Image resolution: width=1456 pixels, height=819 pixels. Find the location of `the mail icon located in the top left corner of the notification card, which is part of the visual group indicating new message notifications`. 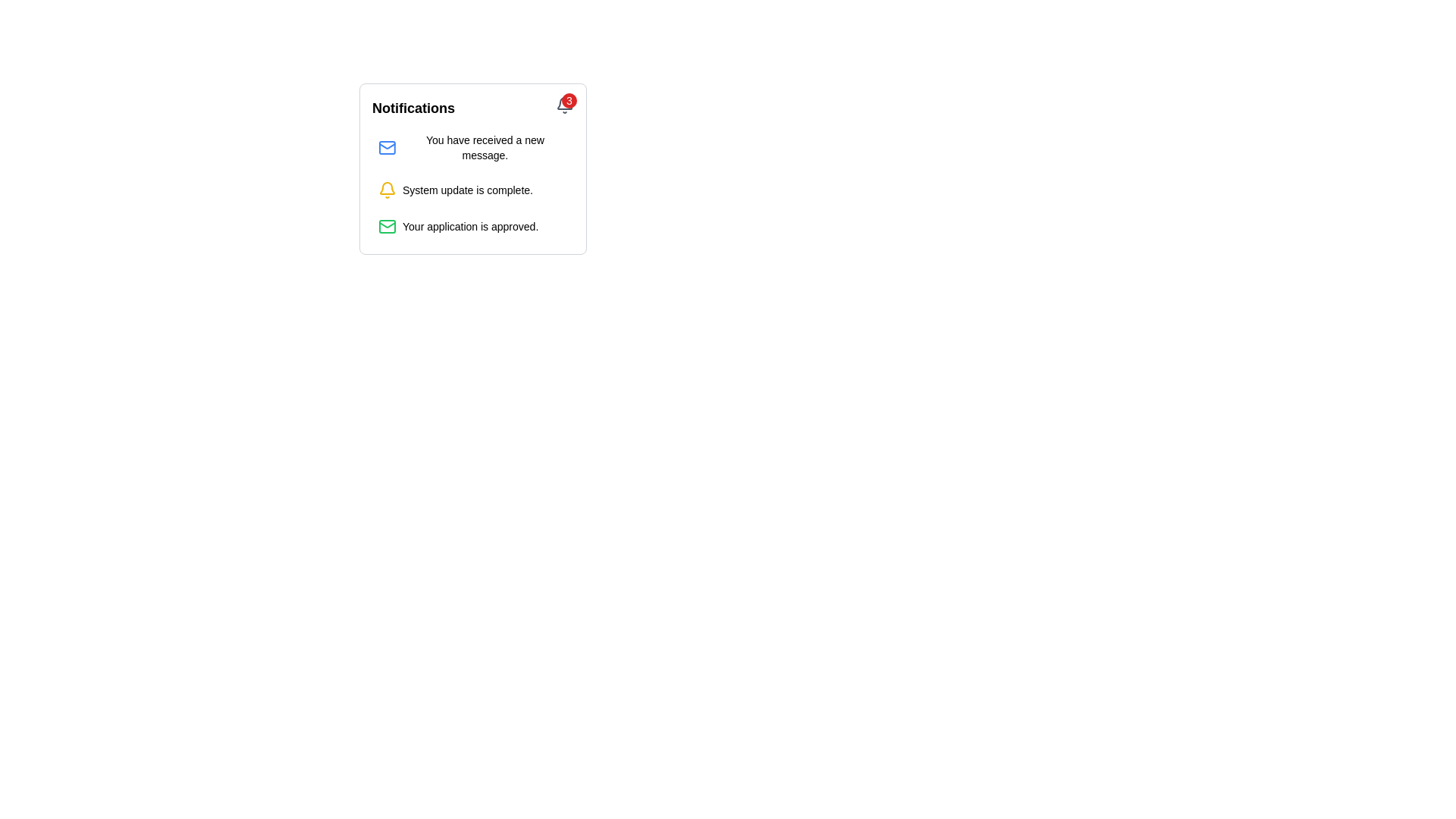

the mail icon located in the top left corner of the notification card, which is part of the visual group indicating new message notifications is located at coordinates (387, 224).